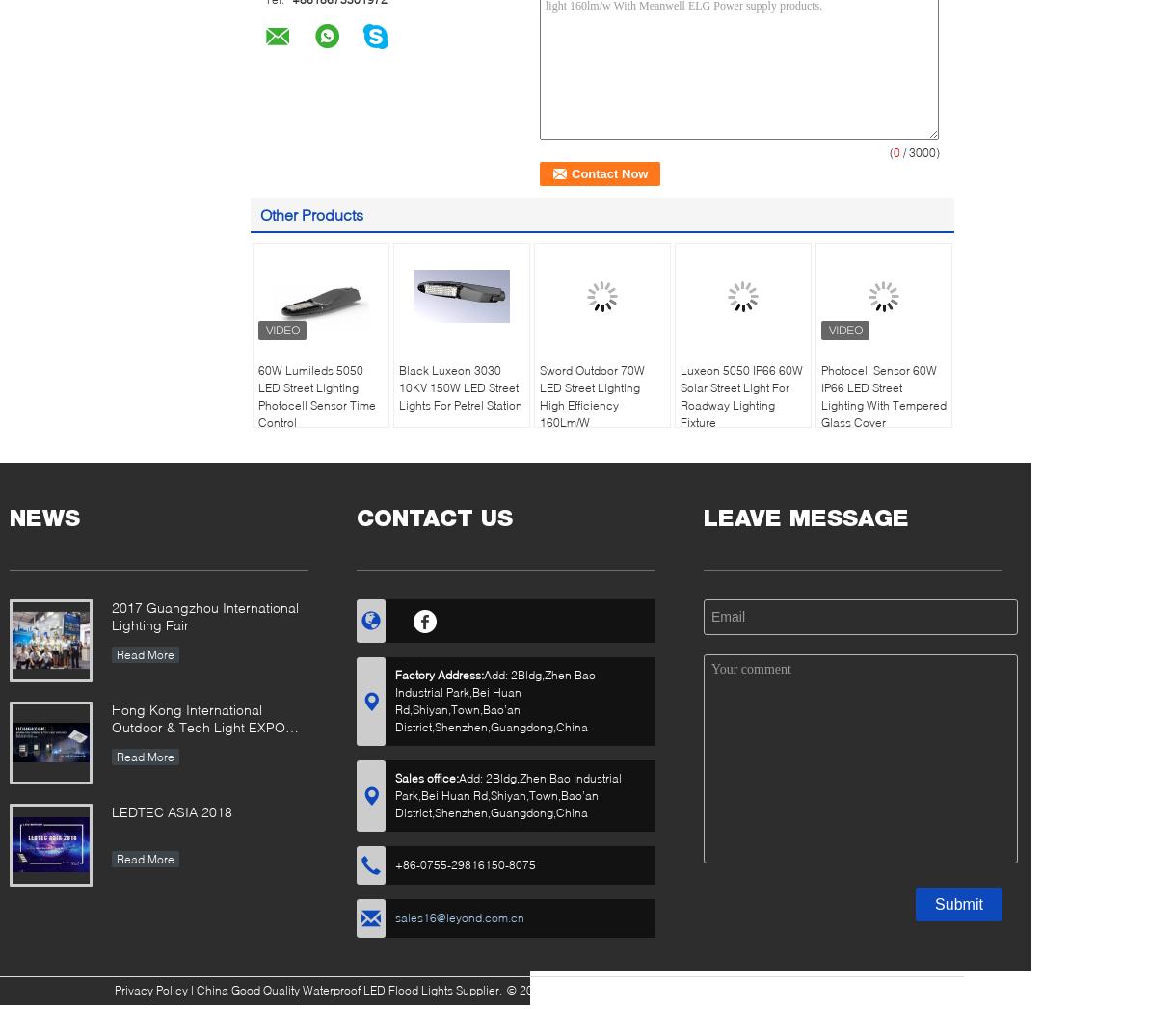  I want to click on 'LEAVE MESSAGE', so click(806, 517).